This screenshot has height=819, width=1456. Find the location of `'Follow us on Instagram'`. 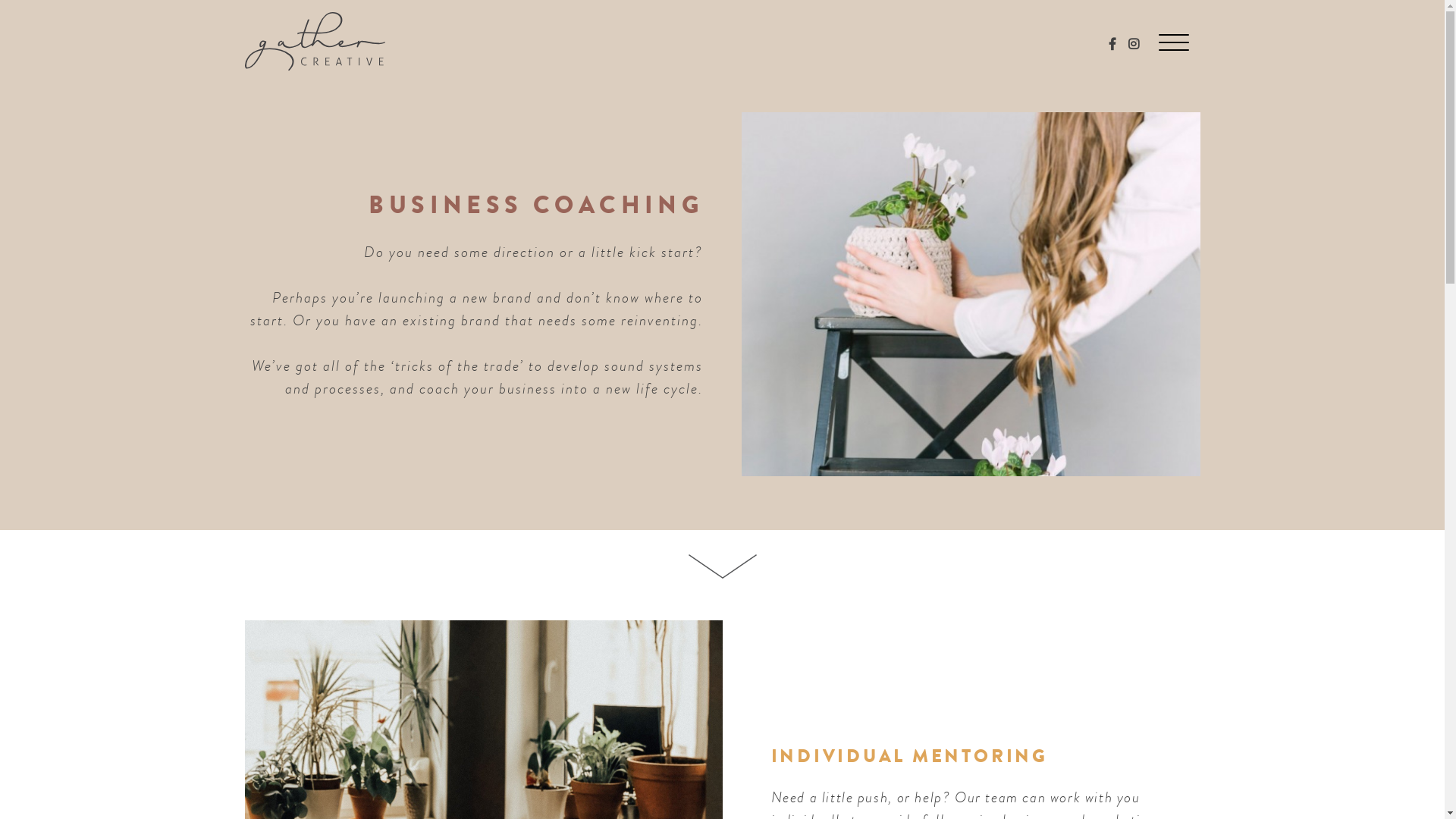

'Follow us on Instagram' is located at coordinates (1134, 43).